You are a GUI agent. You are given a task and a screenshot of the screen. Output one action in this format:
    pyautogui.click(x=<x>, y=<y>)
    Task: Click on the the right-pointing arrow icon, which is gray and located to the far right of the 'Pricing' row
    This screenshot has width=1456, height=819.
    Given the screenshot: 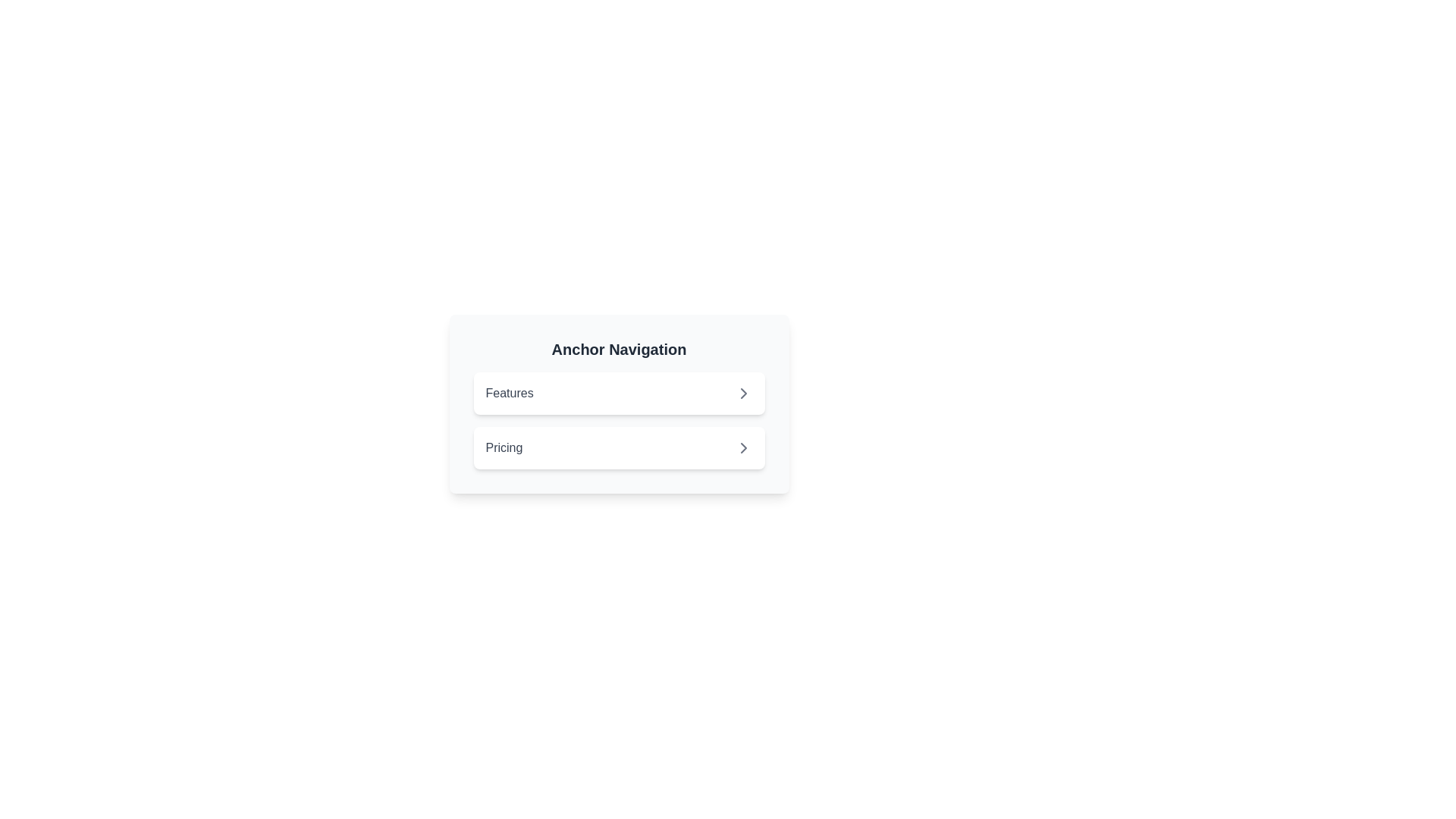 What is the action you would take?
    pyautogui.click(x=743, y=447)
    